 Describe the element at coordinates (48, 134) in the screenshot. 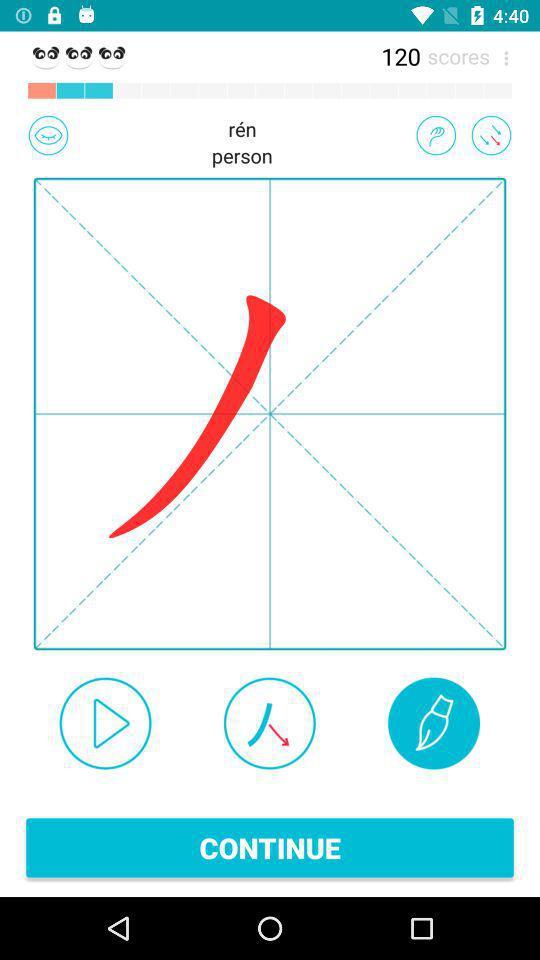

I see `the icon to the left of person icon` at that location.